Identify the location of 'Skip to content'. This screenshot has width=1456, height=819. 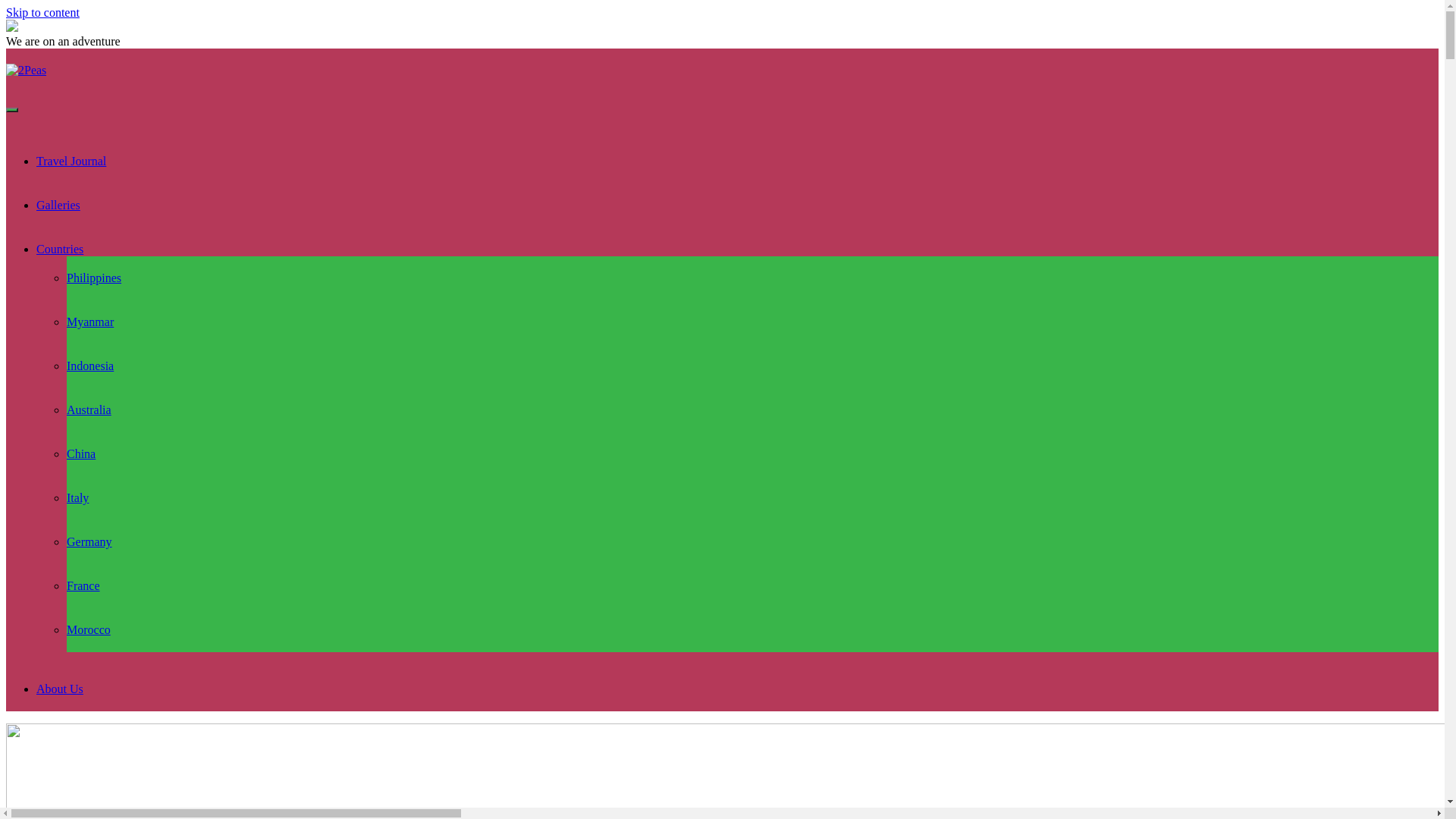
(42, 12).